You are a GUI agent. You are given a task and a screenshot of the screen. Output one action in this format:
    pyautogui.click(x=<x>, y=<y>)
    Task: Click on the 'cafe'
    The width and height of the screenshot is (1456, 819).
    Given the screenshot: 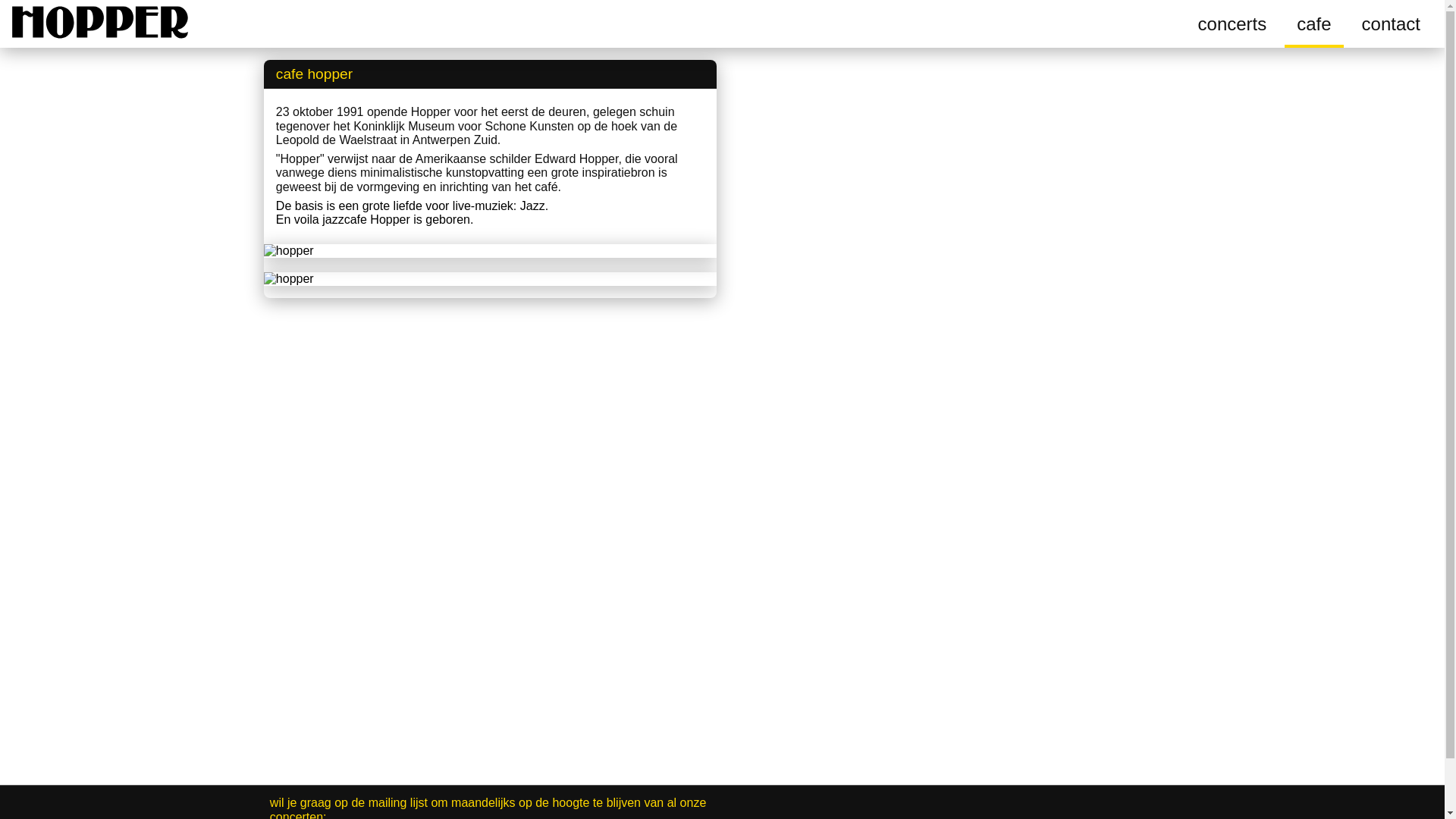 What is the action you would take?
    pyautogui.click(x=1295, y=24)
    